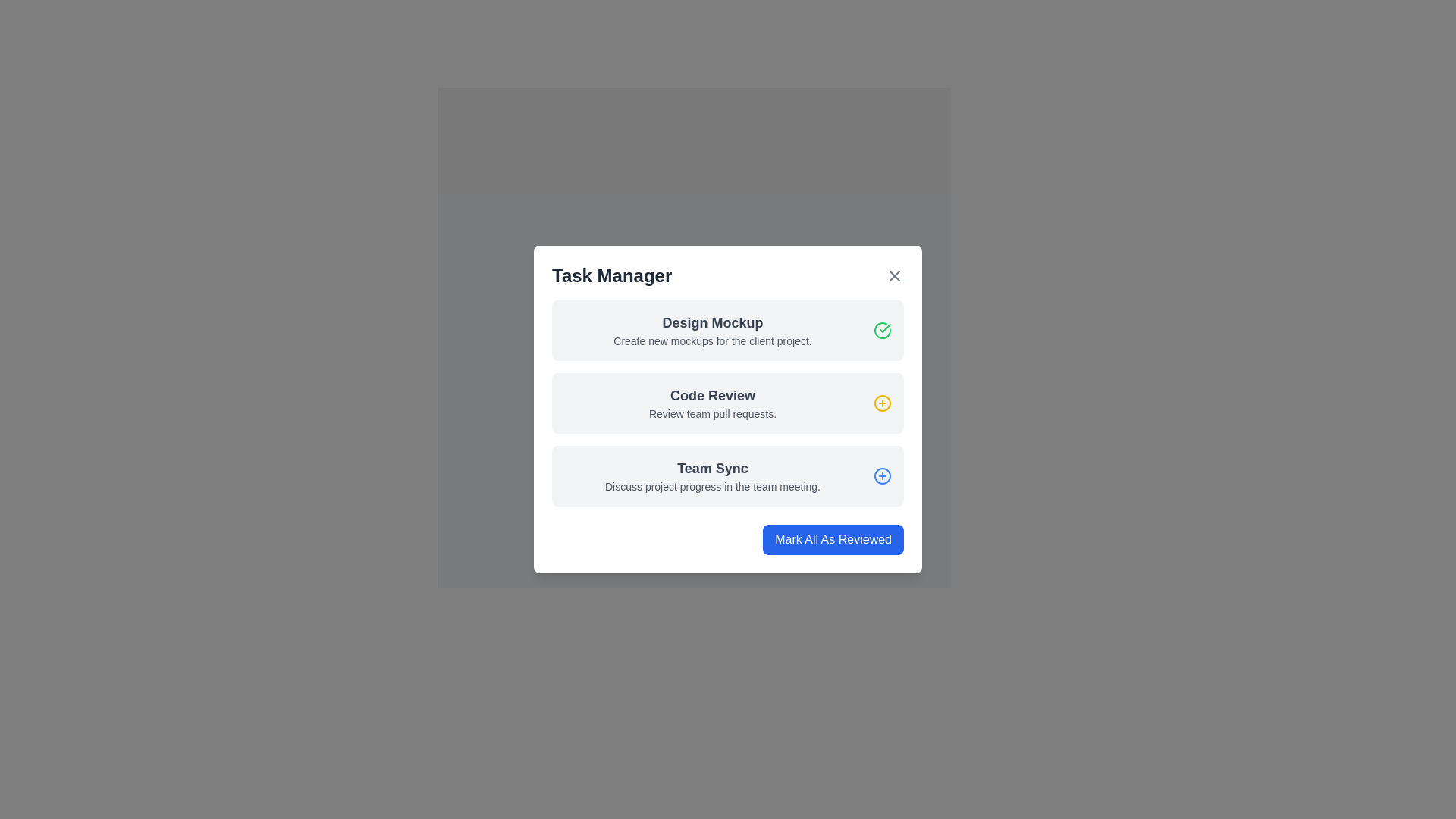 The image size is (1456, 819). What do you see at coordinates (833, 539) in the screenshot?
I see `the blue rectangular button labeled 'Mark All As Reviewed' located at the bottom-right corner of the 'Task Manager' popup` at bounding box center [833, 539].